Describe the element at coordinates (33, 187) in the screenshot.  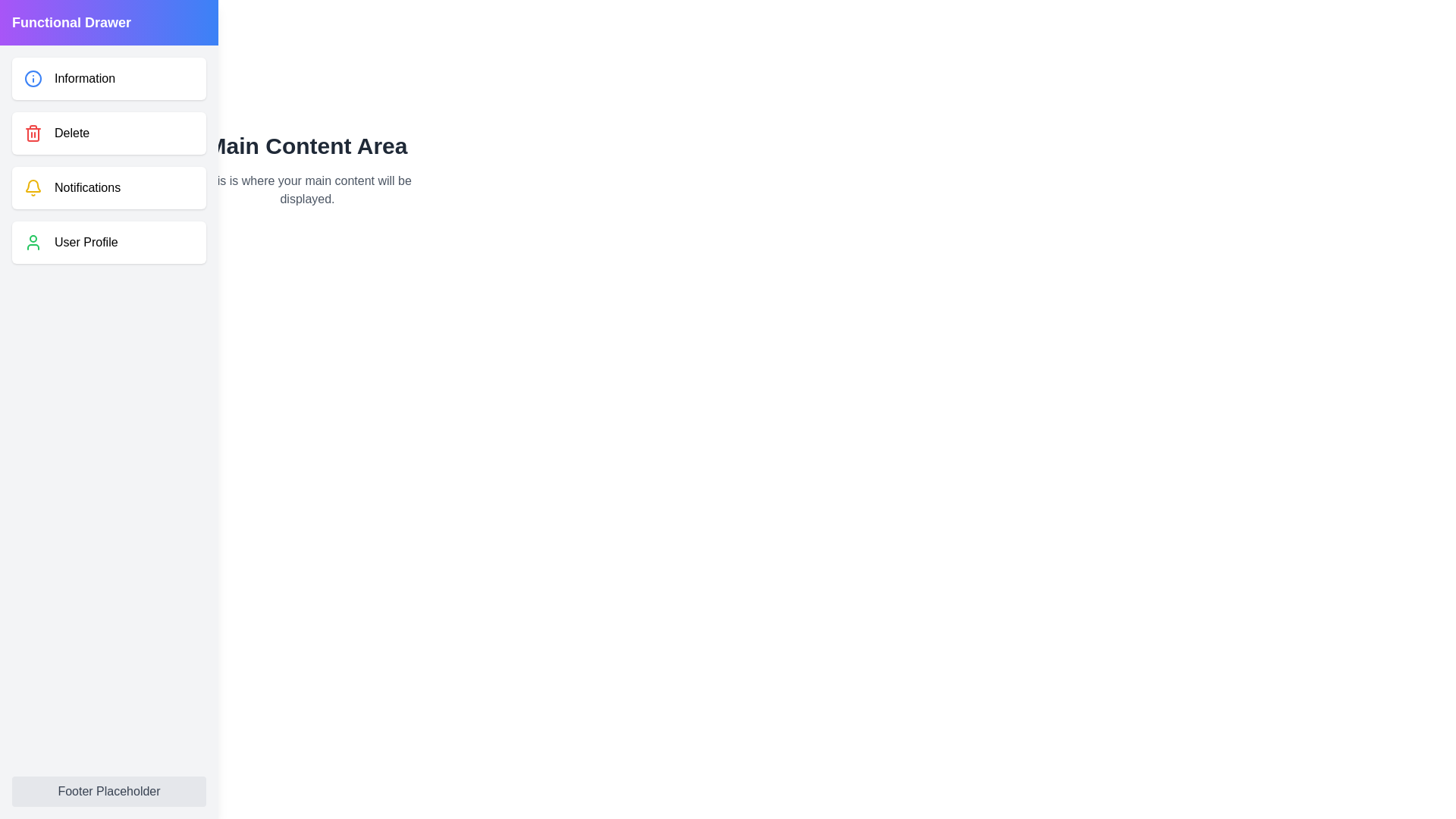
I see `the notification icon located to the left within the 'Notifications' menu card, which is the third option in the vertical list of cards` at that location.